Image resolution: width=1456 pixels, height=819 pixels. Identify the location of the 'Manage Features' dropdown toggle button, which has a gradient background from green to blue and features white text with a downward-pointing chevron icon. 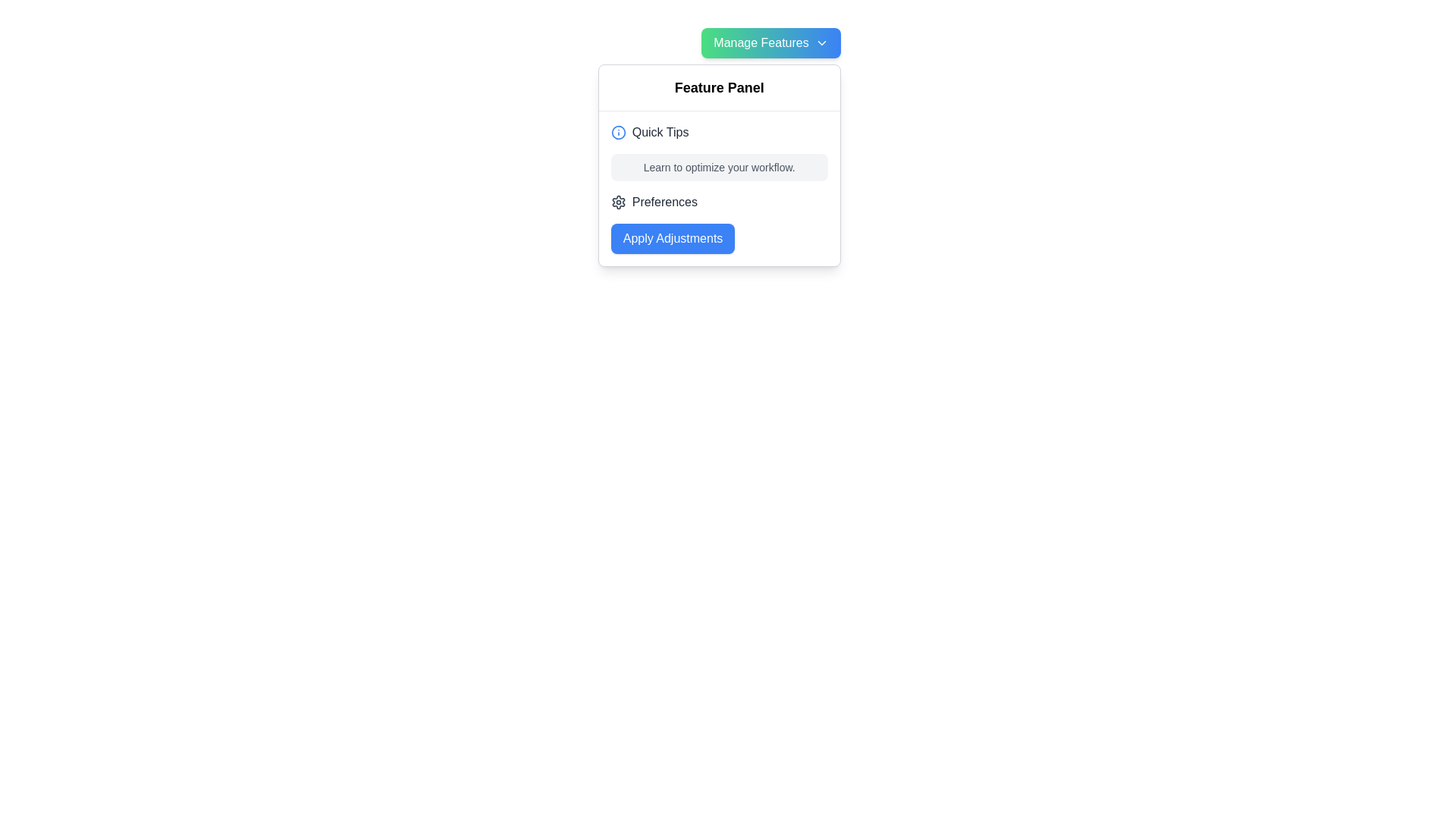
(771, 42).